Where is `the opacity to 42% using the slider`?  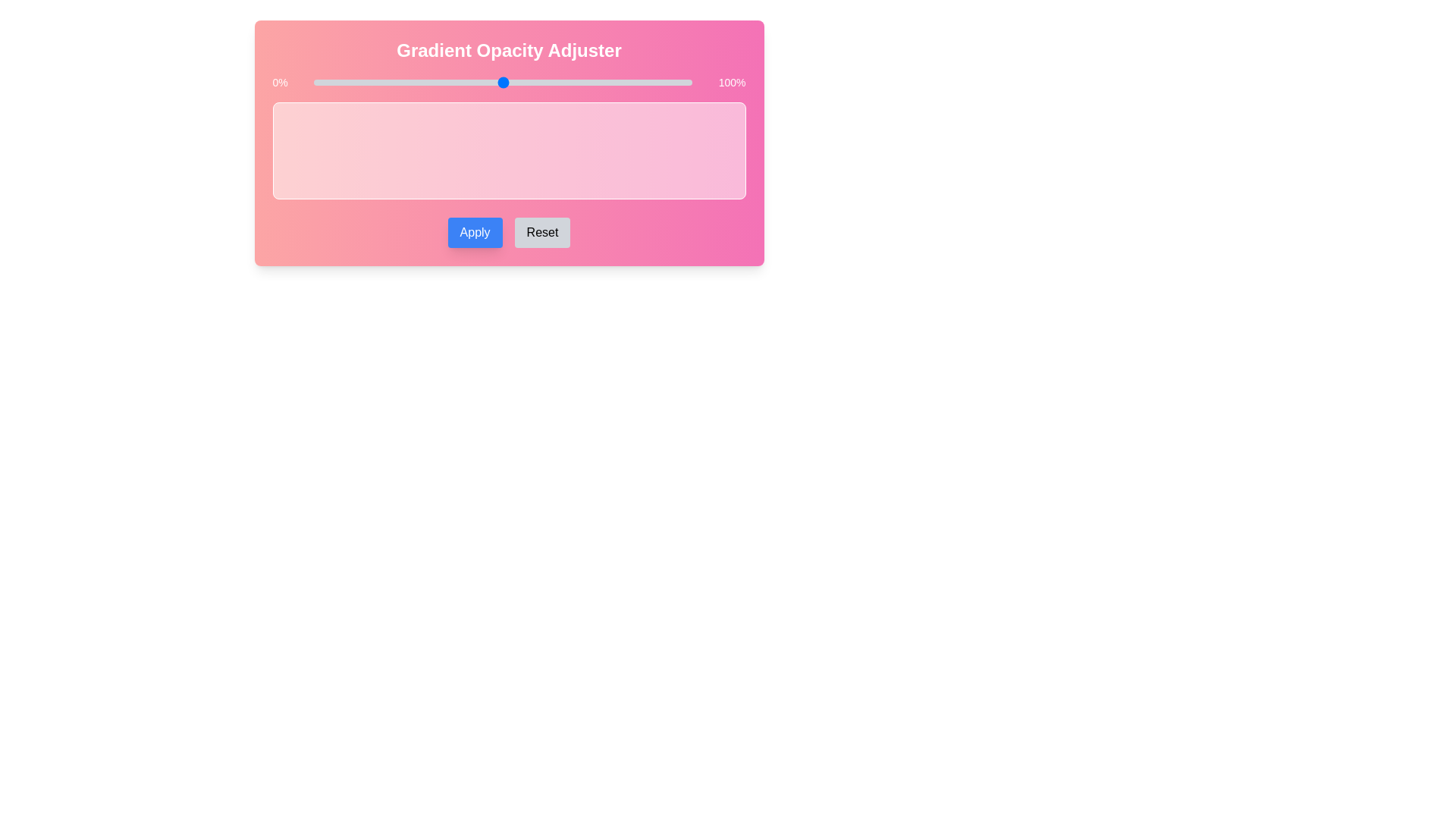 the opacity to 42% using the slider is located at coordinates (472, 82).